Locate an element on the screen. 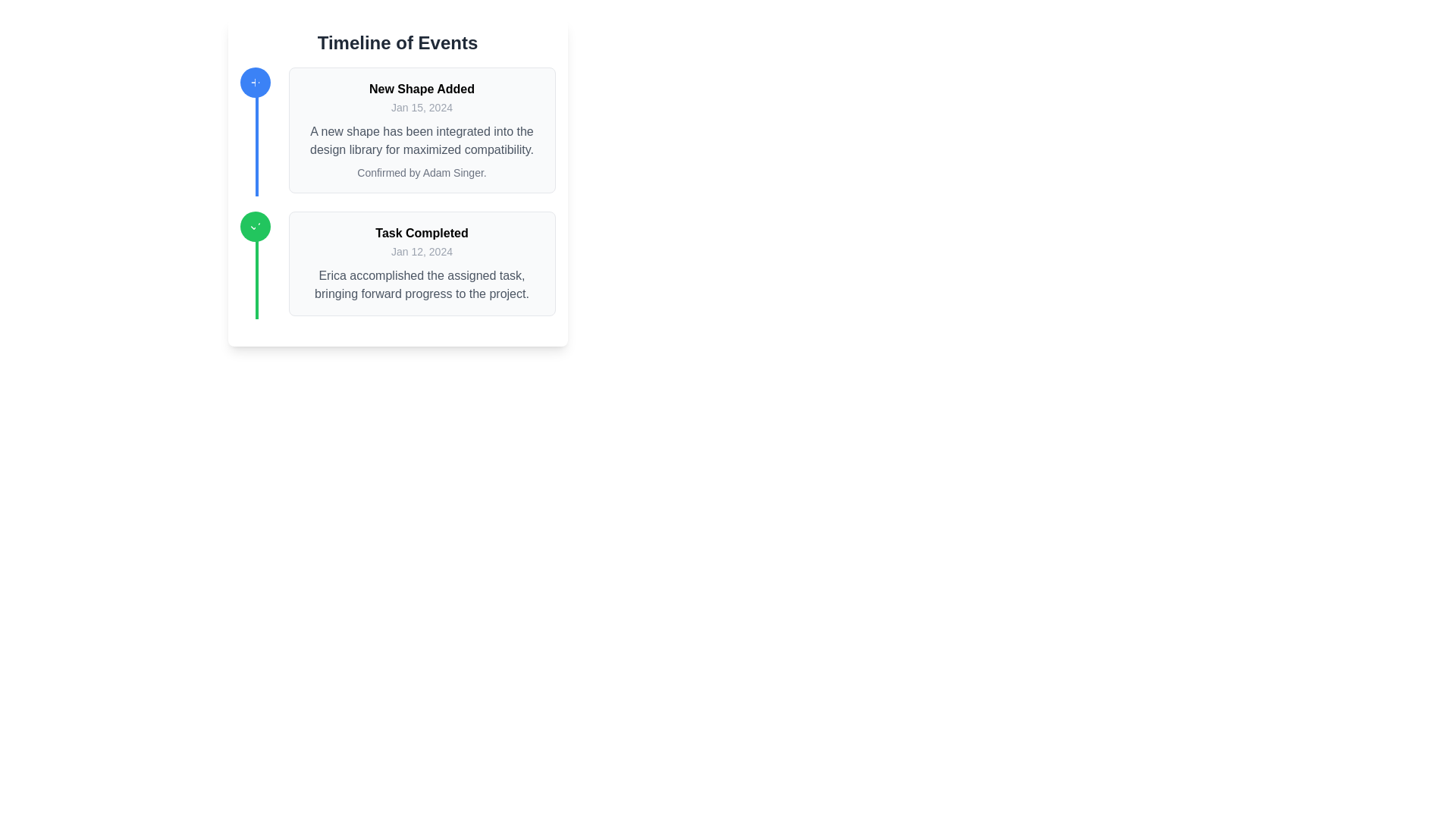 This screenshot has height=819, width=1456. the second icon-based progress indicator within the vertical timeline that visually indicates a completed task or milestone in green, located next to the 'Task Completed' entry dated 'Jan 12, 2024' is located at coordinates (255, 227).